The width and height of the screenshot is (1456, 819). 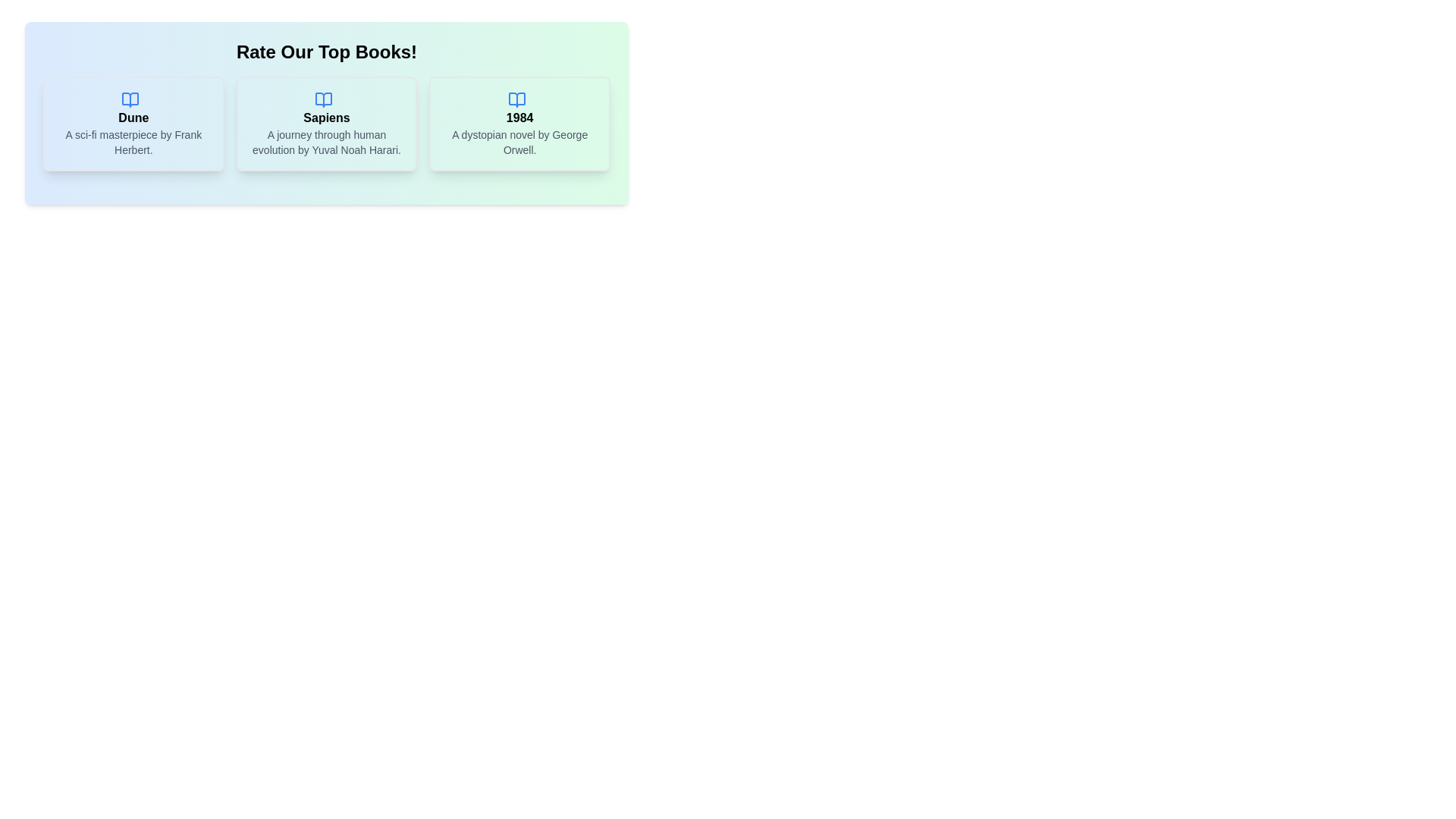 What do you see at coordinates (323, 99) in the screenshot?
I see `the blue outlined half of the open book icon located near the 'Sapiens' title` at bounding box center [323, 99].